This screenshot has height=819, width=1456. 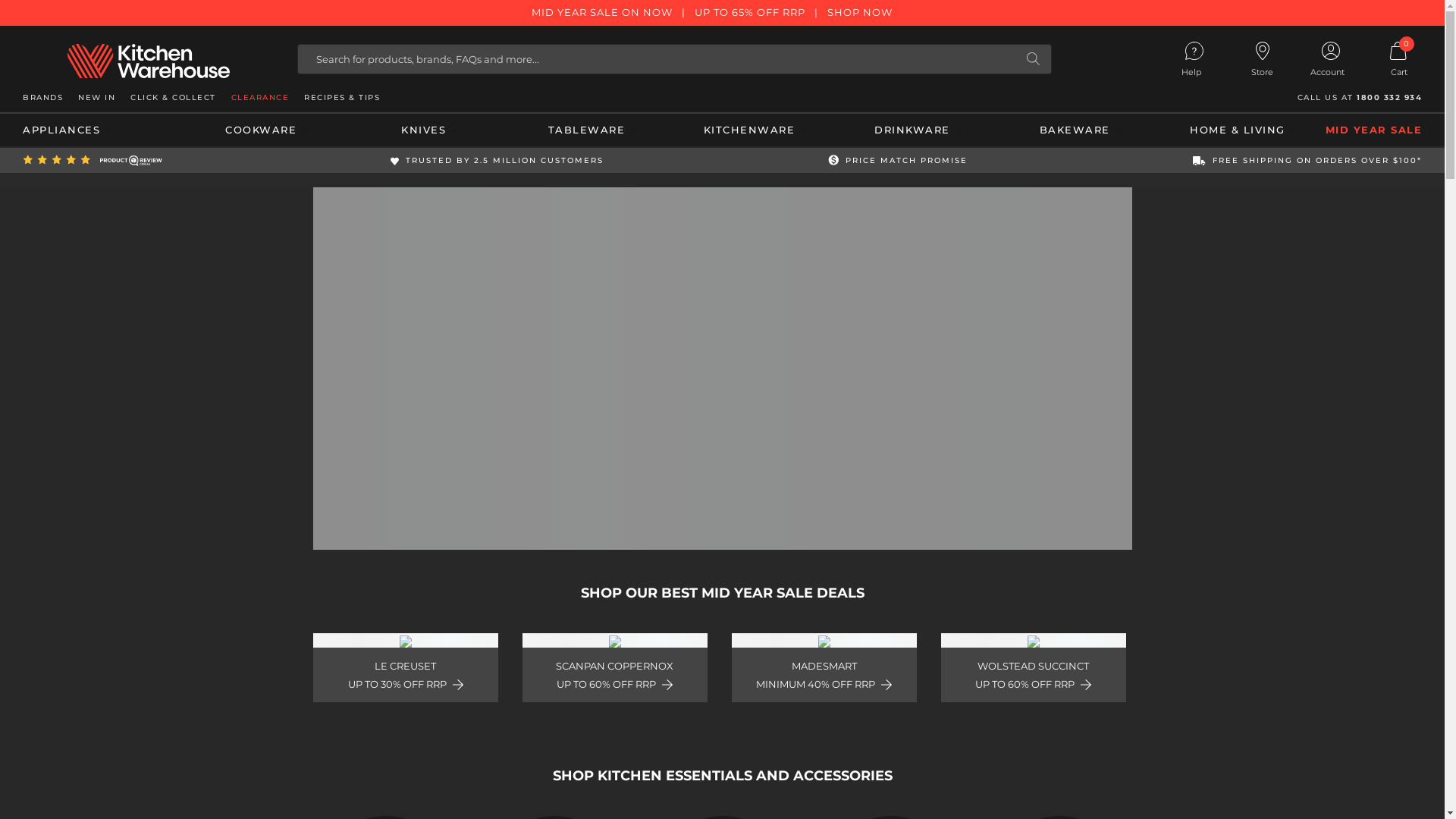 What do you see at coordinates (341, 97) in the screenshot?
I see `'RECIPES & TIPS'` at bounding box center [341, 97].